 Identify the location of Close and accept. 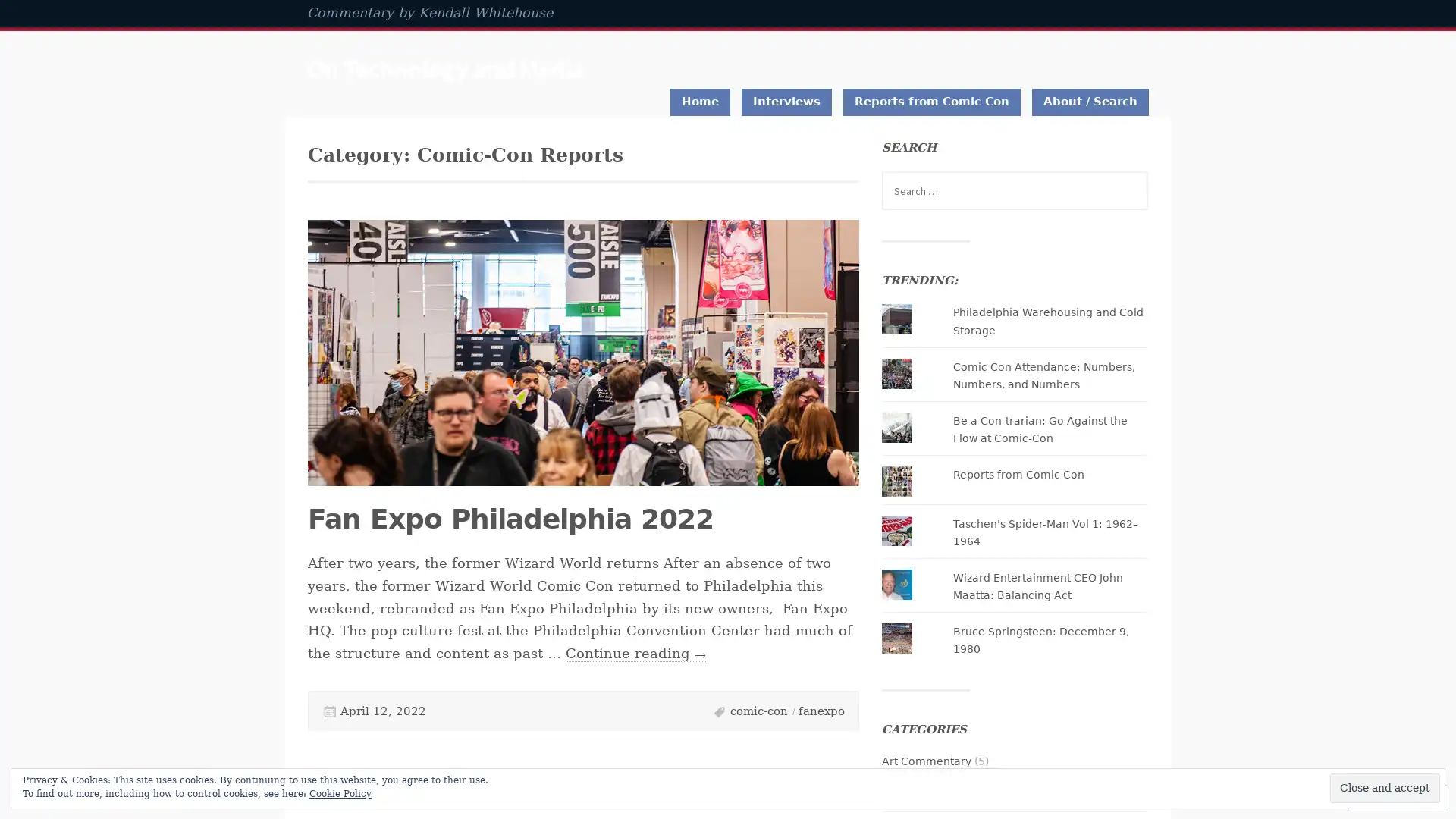
(1385, 787).